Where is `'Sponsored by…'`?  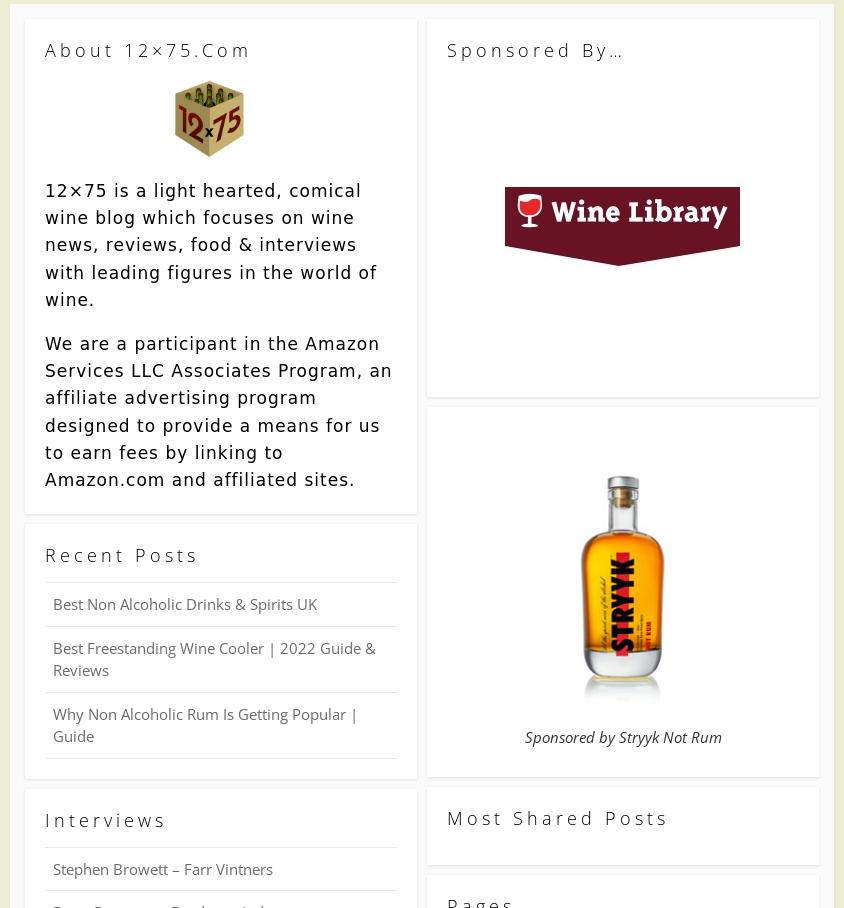 'Sponsored by…' is located at coordinates (445, 49).